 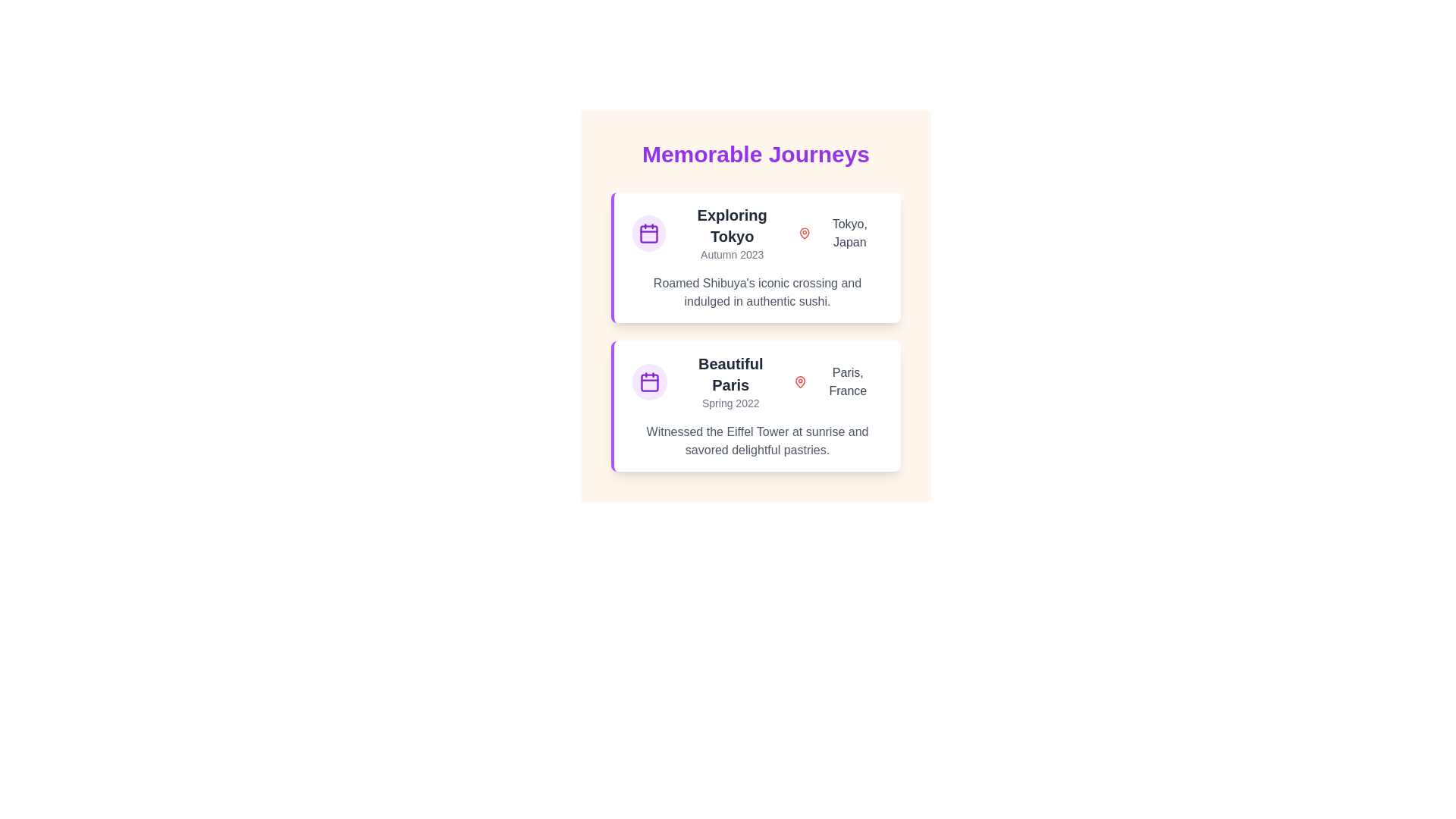 What do you see at coordinates (757, 292) in the screenshot?
I see `text block displaying the phrase 'Roamed Shibuya's iconic crossing and indulged in authentic sushi.' located in the 'Exploring Tokyo' journey section` at bounding box center [757, 292].